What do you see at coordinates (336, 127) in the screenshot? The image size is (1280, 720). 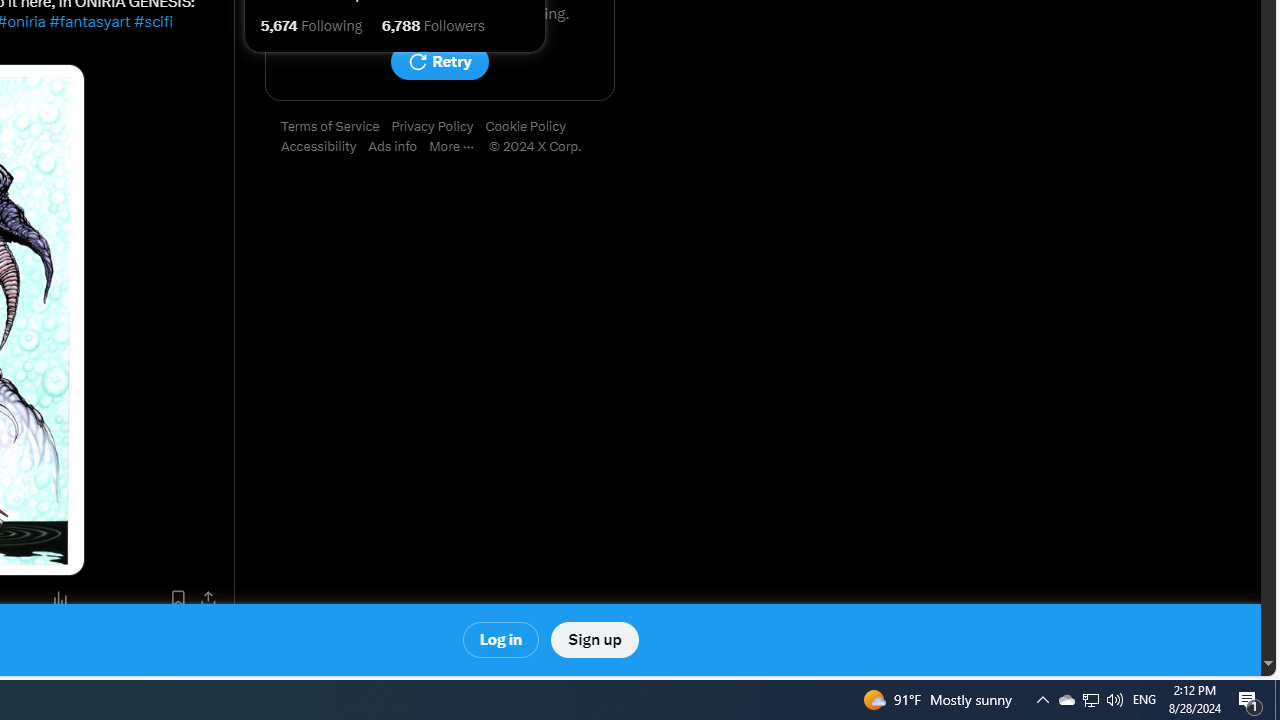 I see `'Terms of Service'` at bounding box center [336, 127].